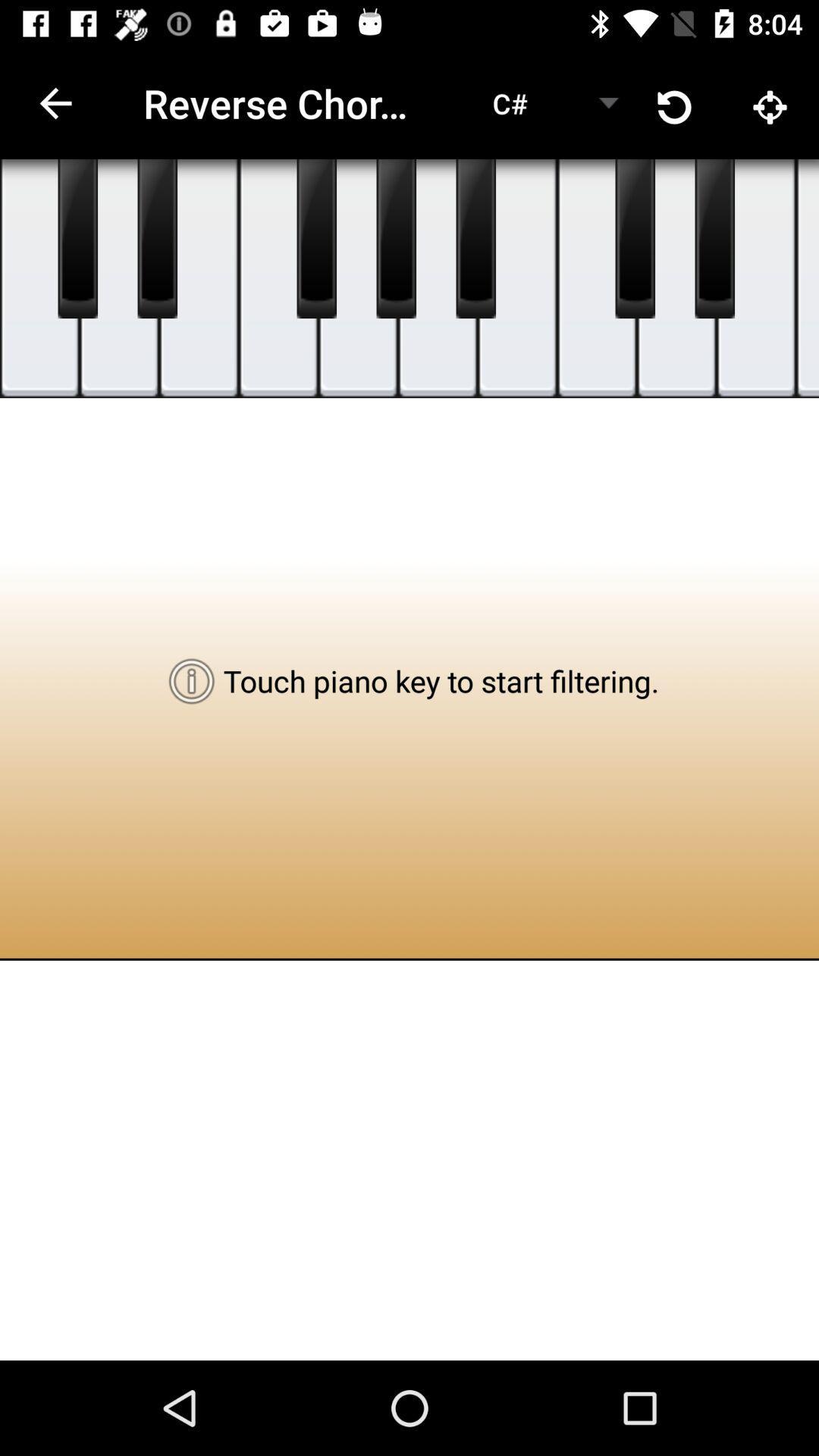 This screenshot has width=819, height=1456. Describe the element at coordinates (118, 278) in the screenshot. I see `piano key button` at that location.